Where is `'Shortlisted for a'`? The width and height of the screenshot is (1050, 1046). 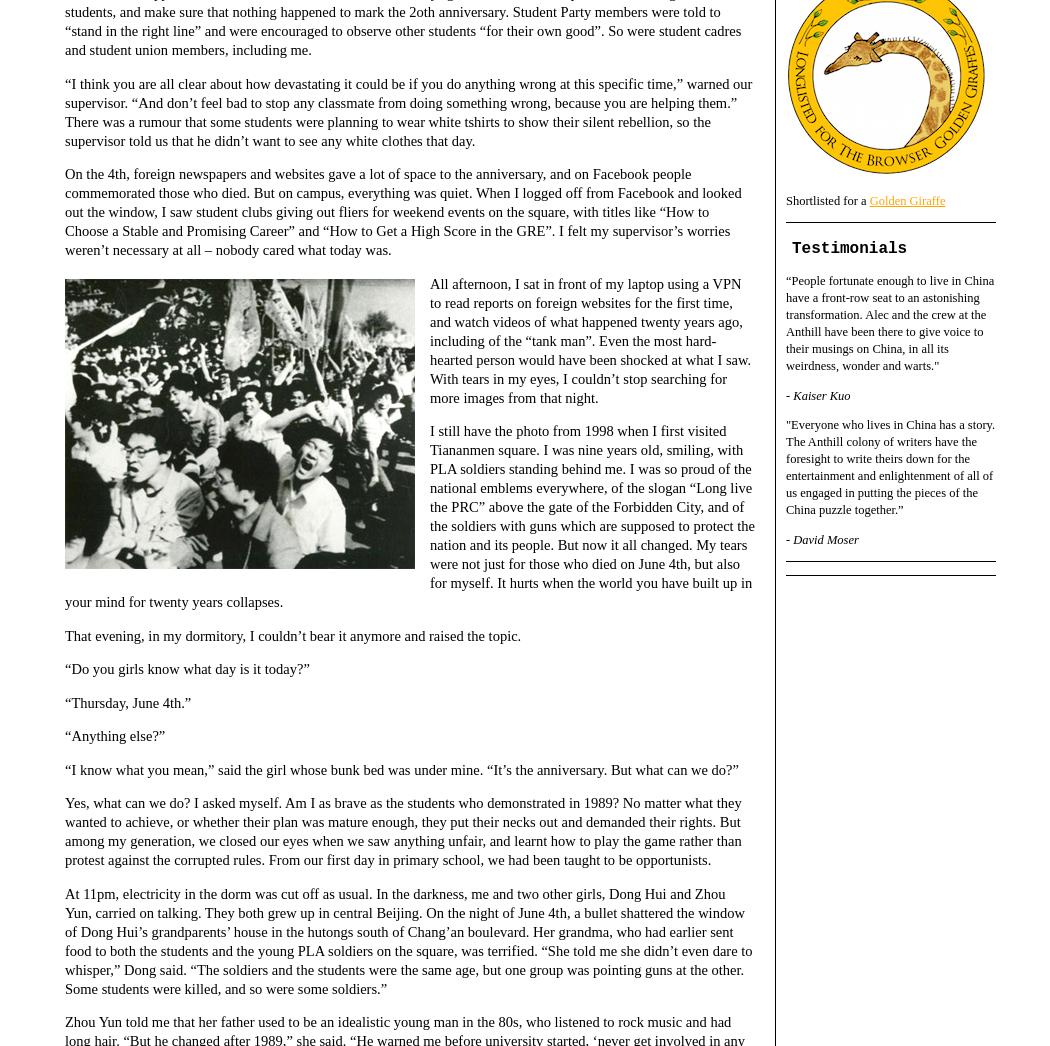 'Shortlisted for a' is located at coordinates (827, 199).